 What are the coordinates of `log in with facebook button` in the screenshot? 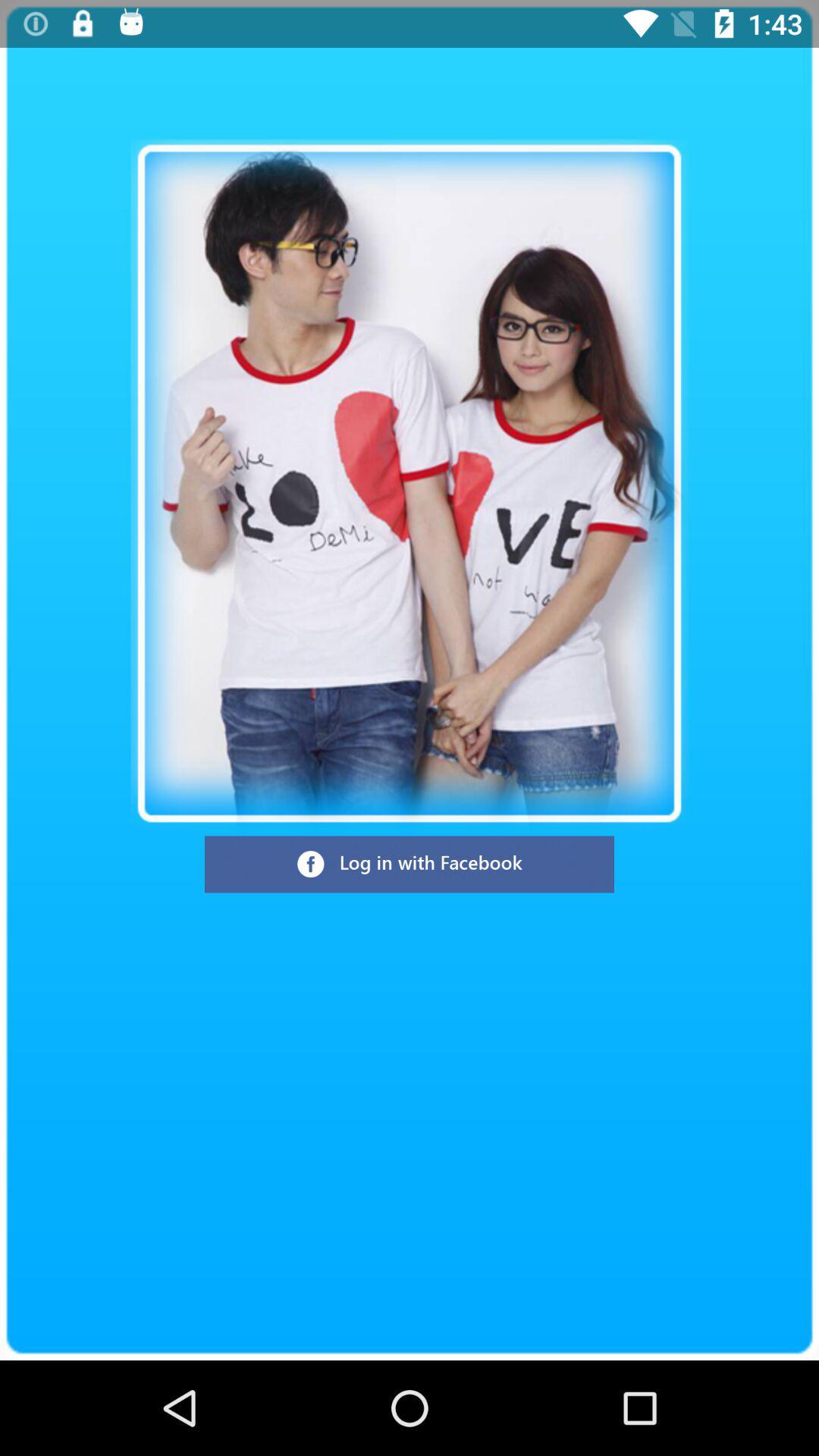 It's located at (409, 864).